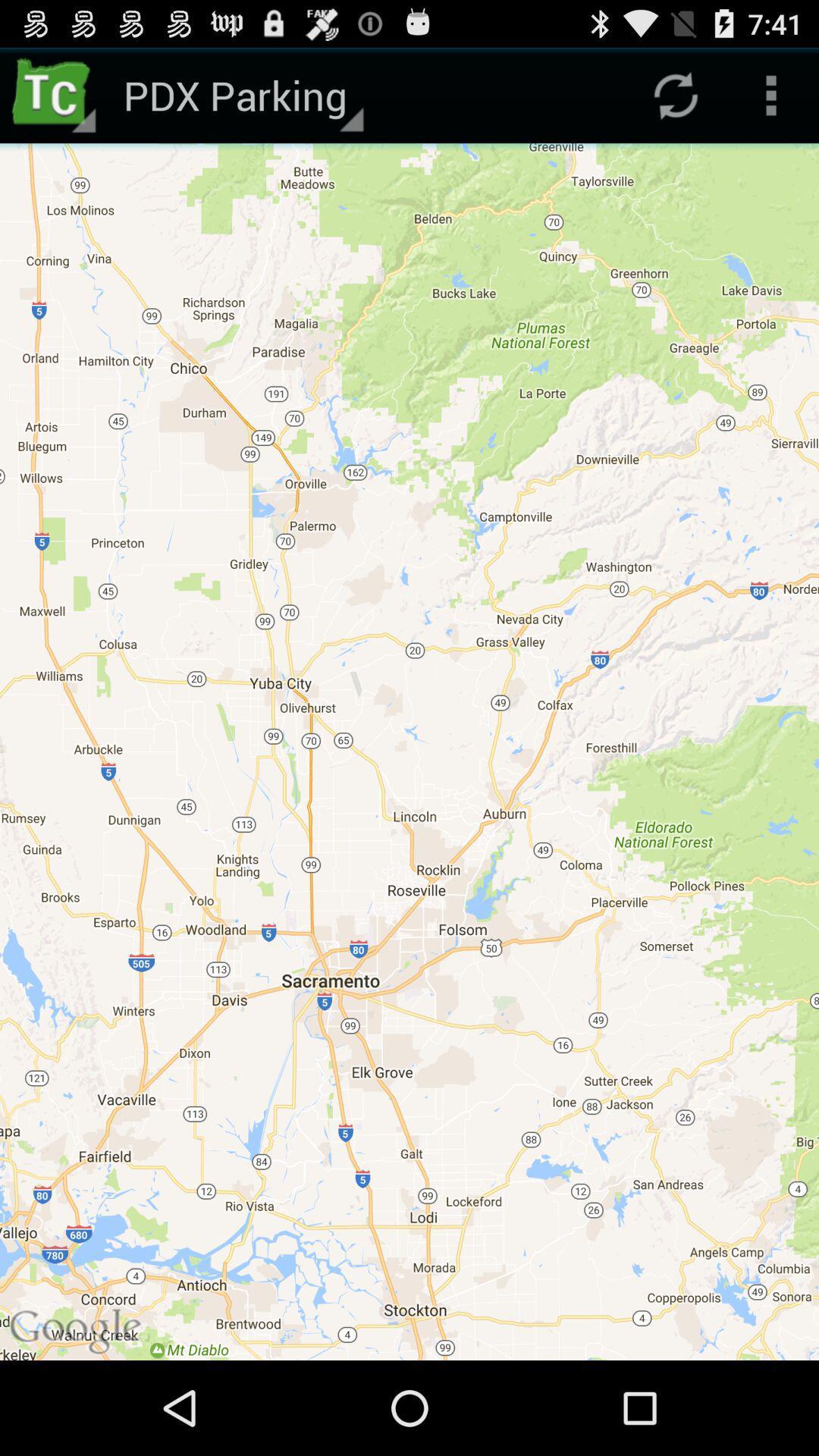  I want to click on the item at the center, so click(409, 752).